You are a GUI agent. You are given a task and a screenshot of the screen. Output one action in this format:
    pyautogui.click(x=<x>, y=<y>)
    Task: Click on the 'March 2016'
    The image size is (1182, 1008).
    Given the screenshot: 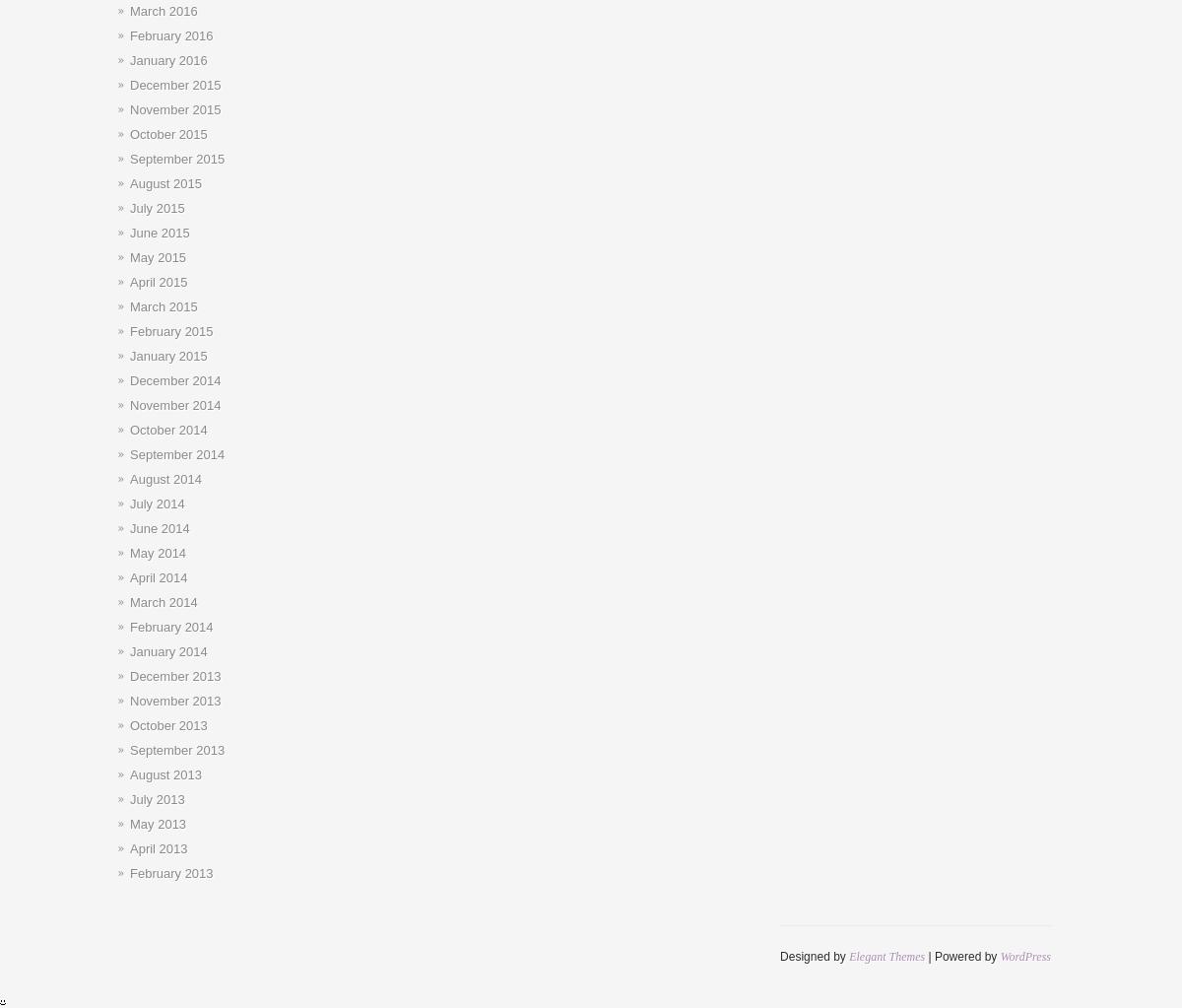 What is the action you would take?
    pyautogui.click(x=162, y=11)
    